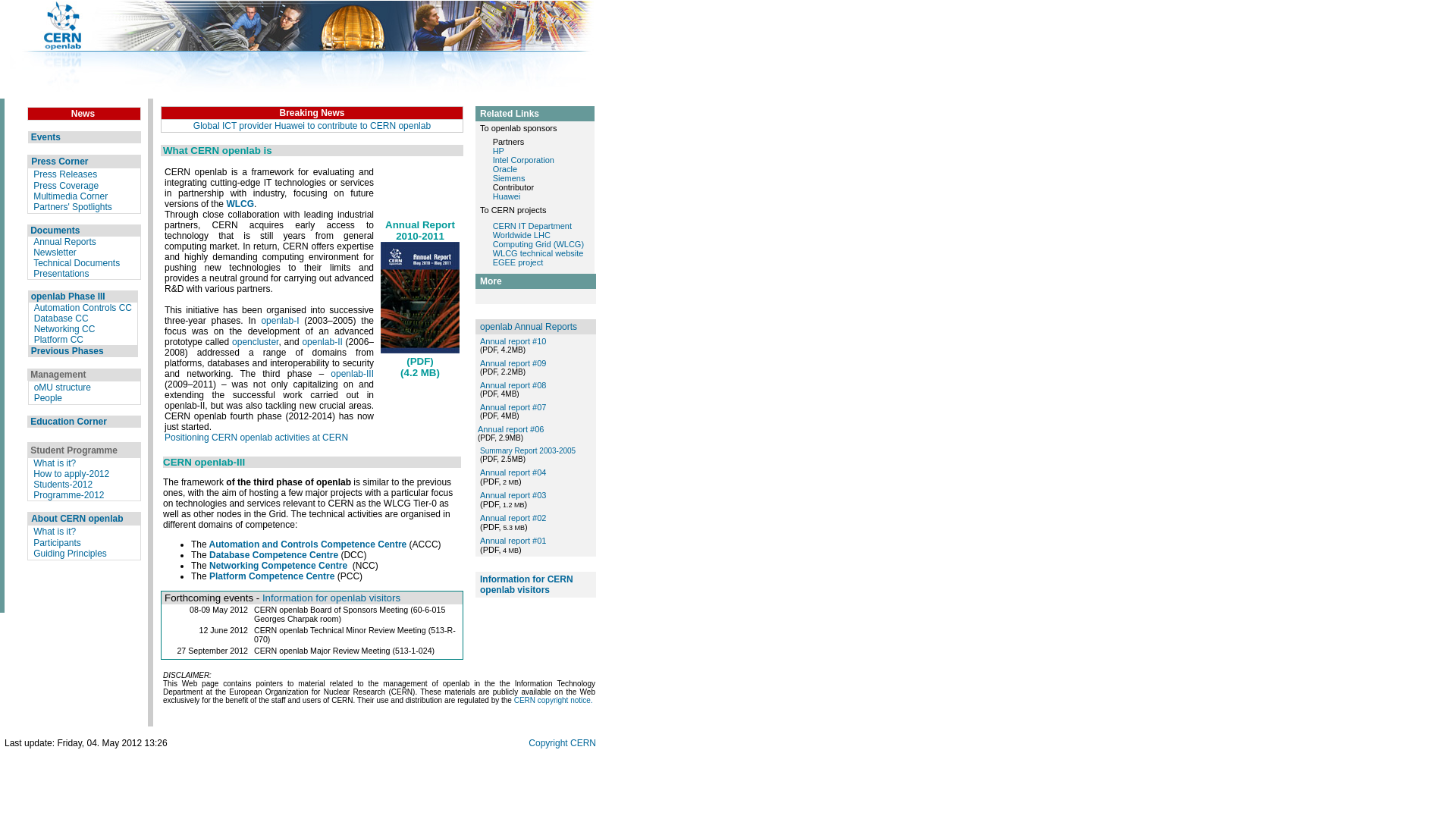  Describe the element at coordinates (61, 386) in the screenshot. I see `'oMU structure'` at that location.